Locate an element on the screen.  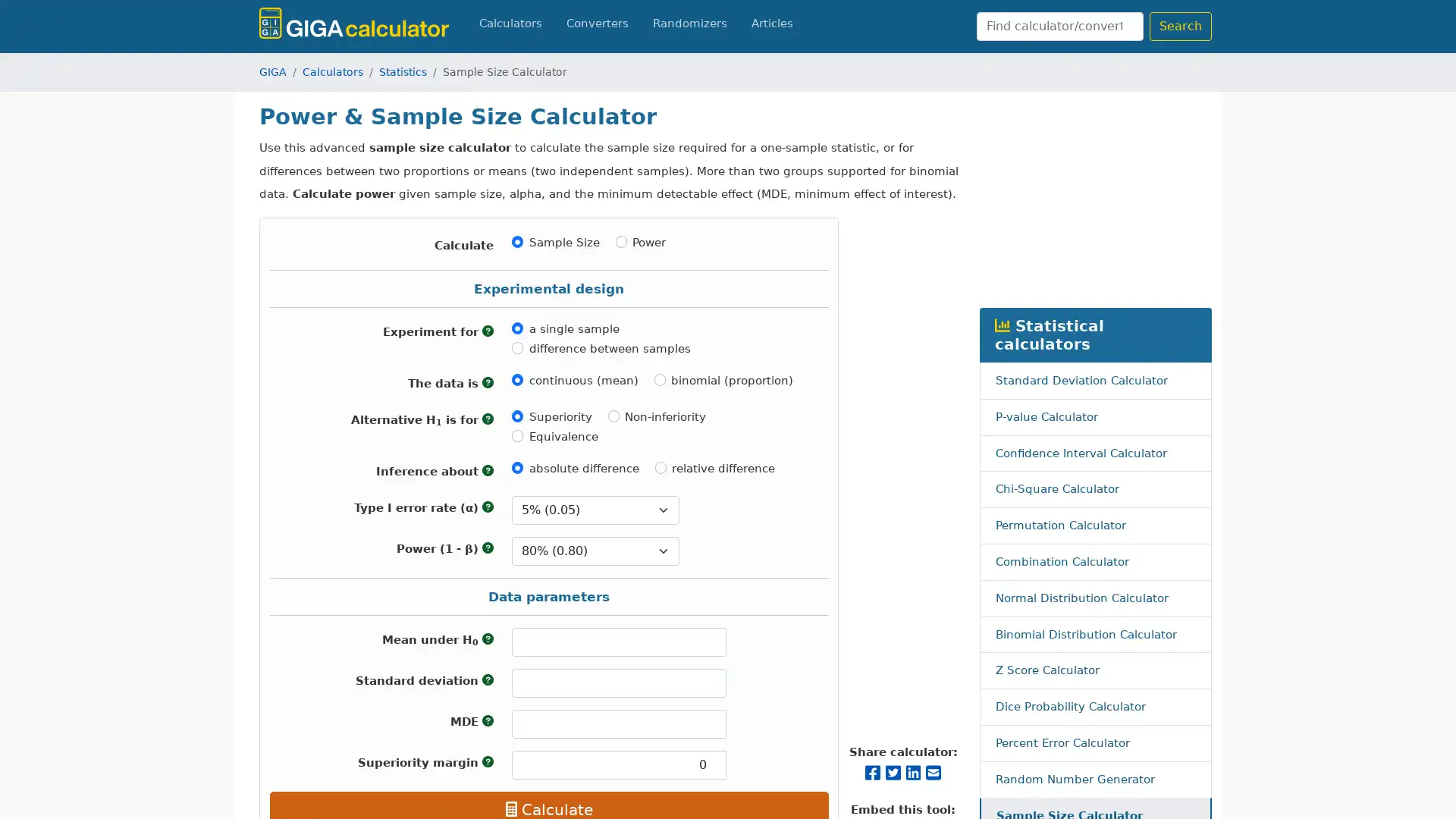
Help: The data is is located at coordinates (487, 382).